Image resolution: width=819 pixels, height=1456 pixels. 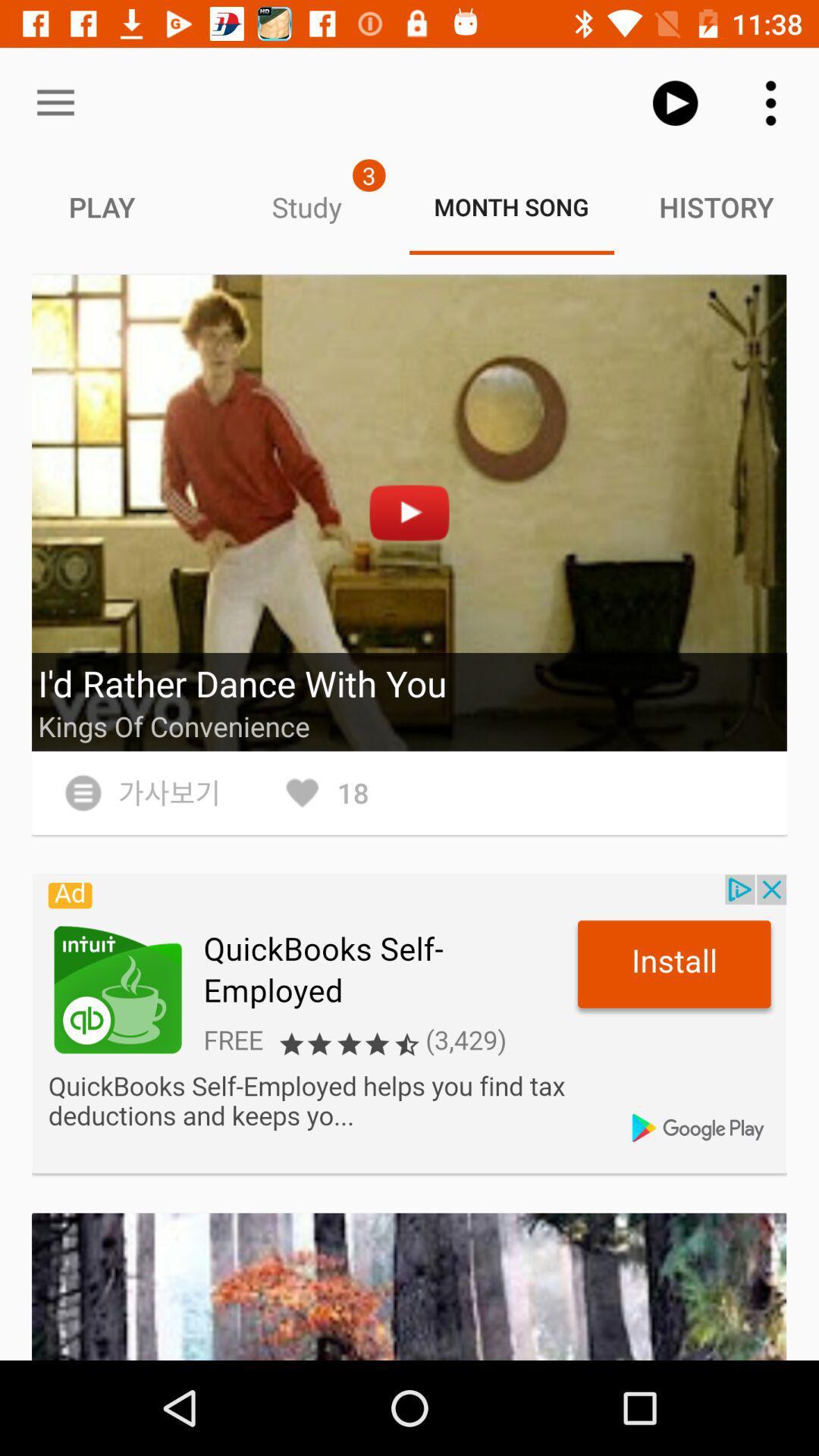 What do you see at coordinates (409, 513) in the screenshot?
I see `the video` at bounding box center [409, 513].